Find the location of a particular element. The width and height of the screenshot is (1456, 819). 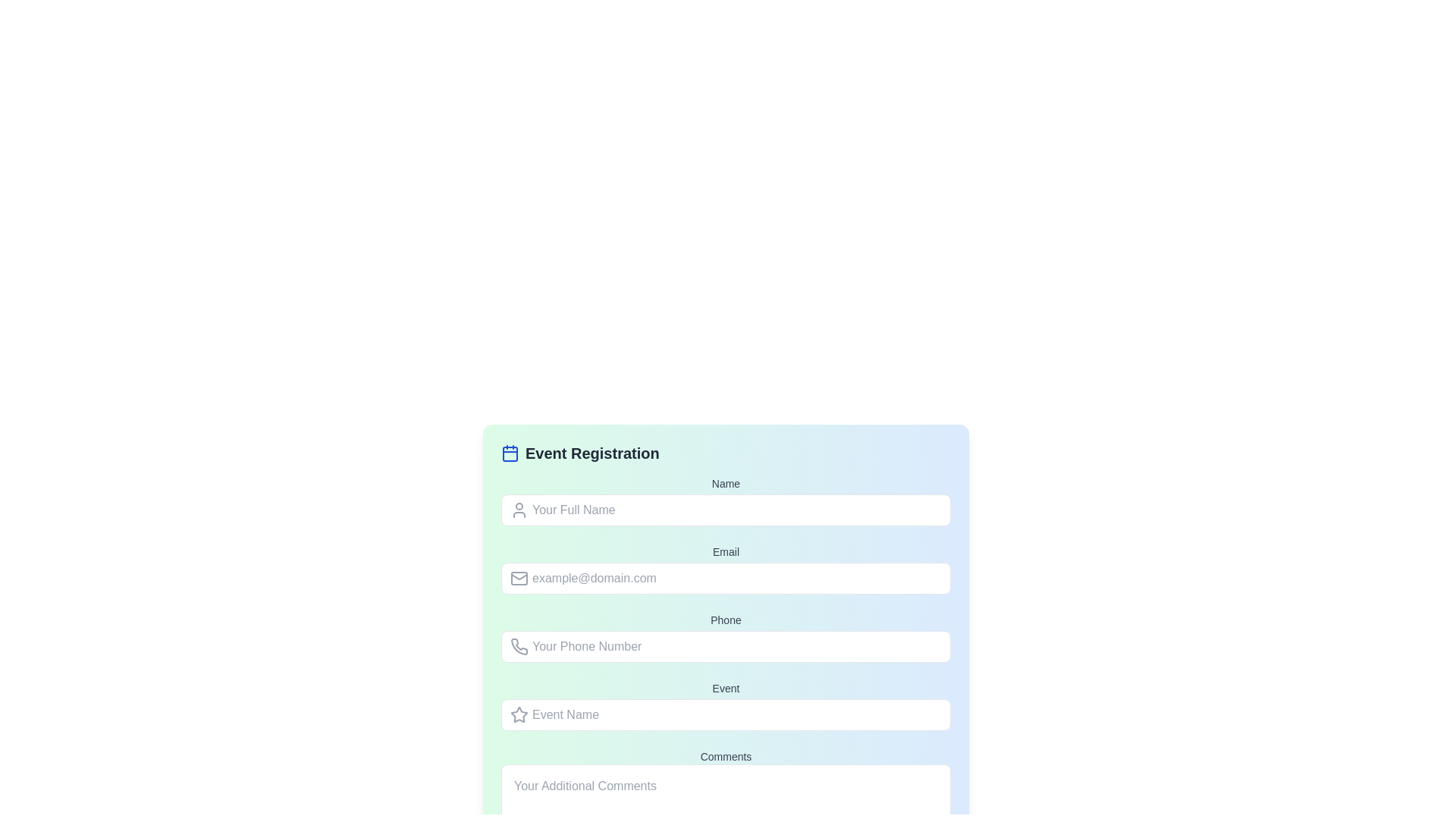

the calendar icon located to the left of the 'Event Registration' text in the header section of the form interface is located at coordinates (510, 452).